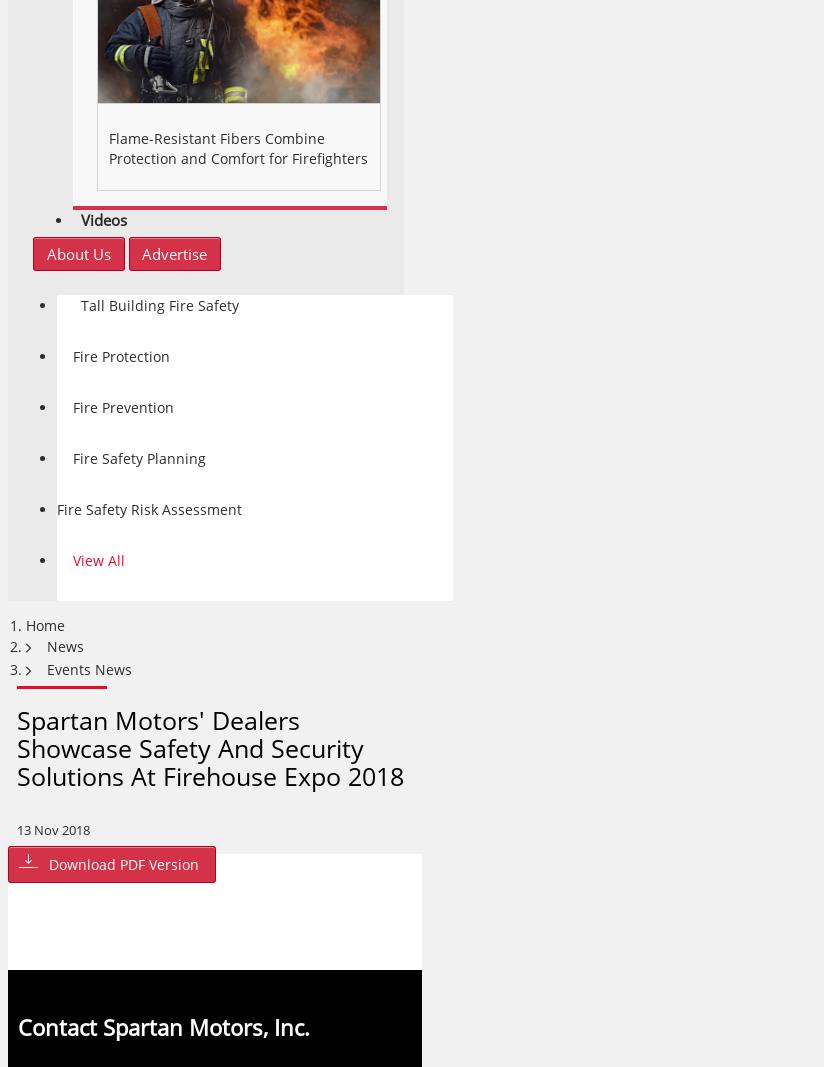 The image size is (824, 1067). What do you see at coordinates (159, 305) in the screenshot?
I see `'Tall Building Fire Safety'` at bounding box center [159, 305].